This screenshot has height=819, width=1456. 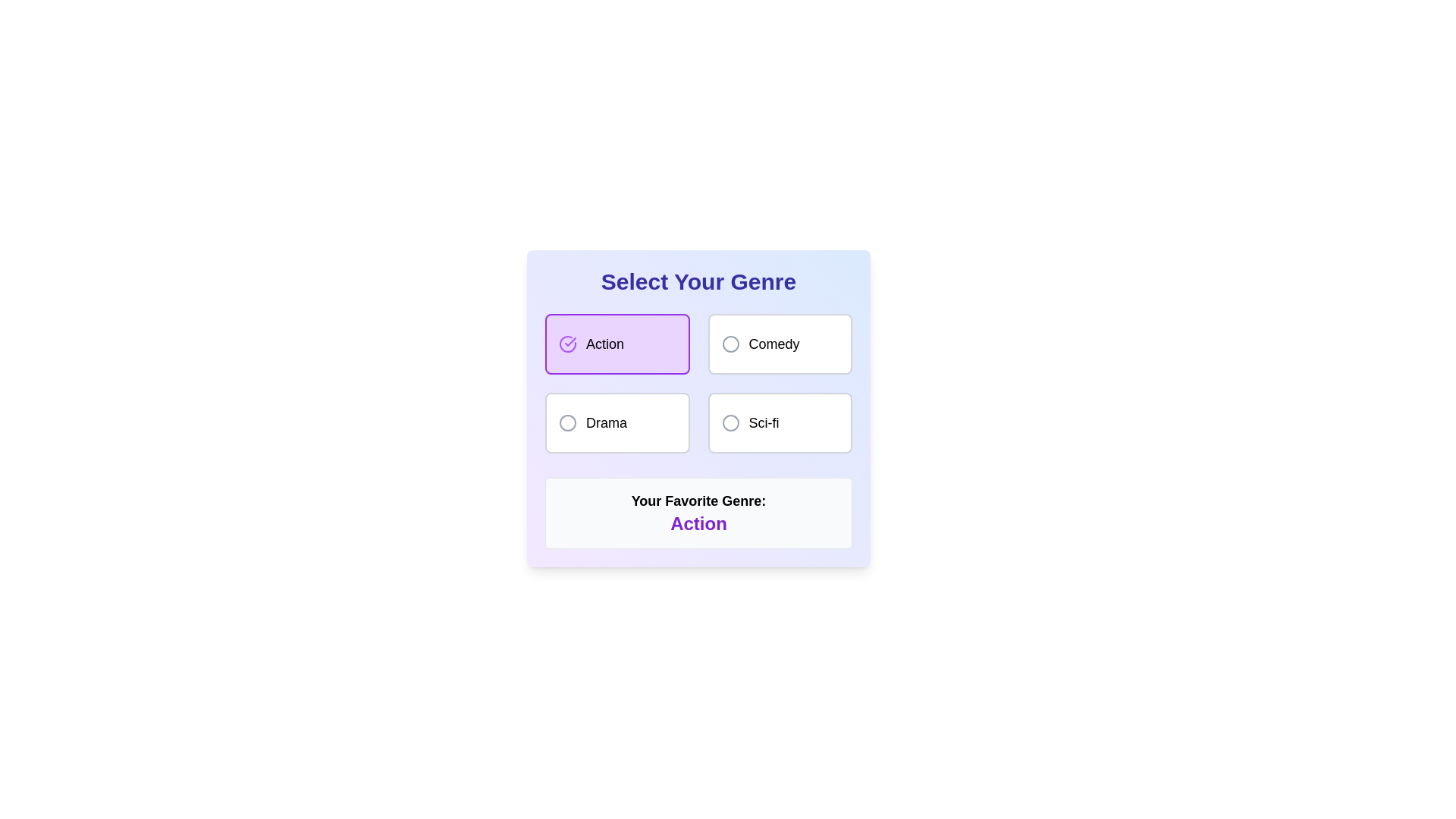 I want to click on the 'Sci-fi' genre selection button using keyboard controls, which is located in the second row of the button grid, to the right of the 'Drama' button and below the 'Comedy' button, so click(x=780, y=423).